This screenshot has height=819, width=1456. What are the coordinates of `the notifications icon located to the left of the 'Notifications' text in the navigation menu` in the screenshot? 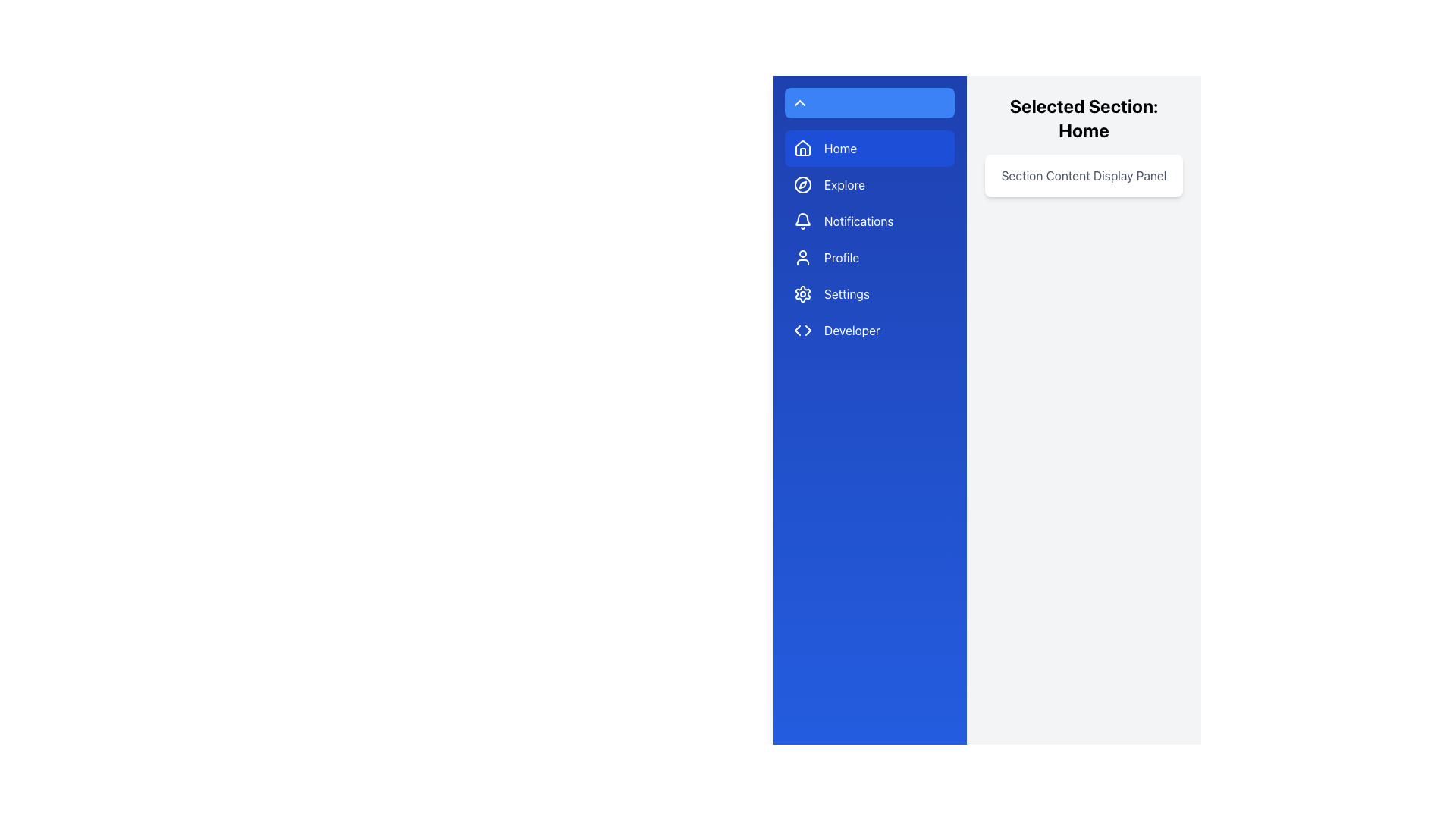 It's located at (802, 221).